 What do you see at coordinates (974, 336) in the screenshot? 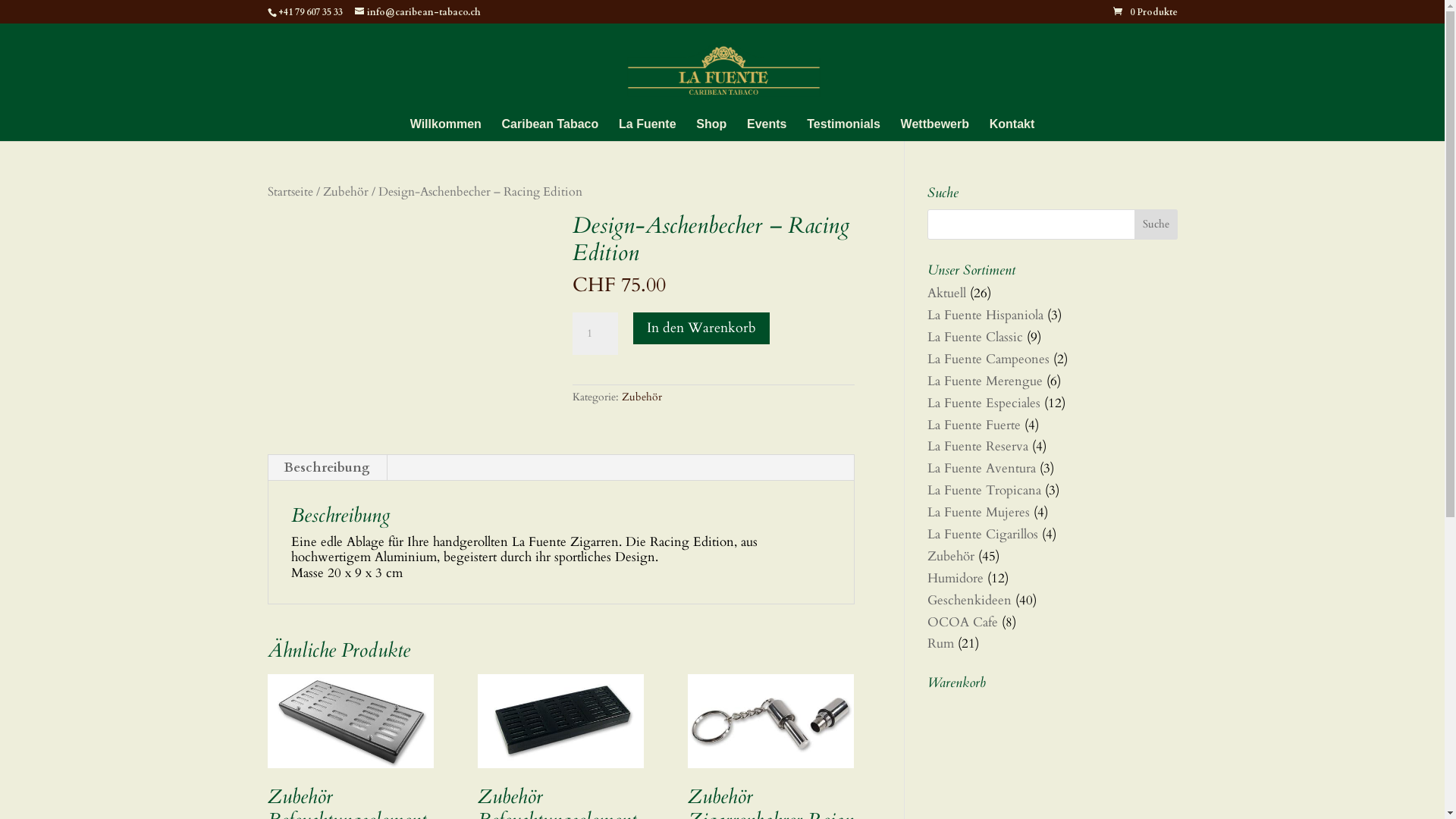
I see `'La Fuente Classic'` at bounding box center [974, 336].